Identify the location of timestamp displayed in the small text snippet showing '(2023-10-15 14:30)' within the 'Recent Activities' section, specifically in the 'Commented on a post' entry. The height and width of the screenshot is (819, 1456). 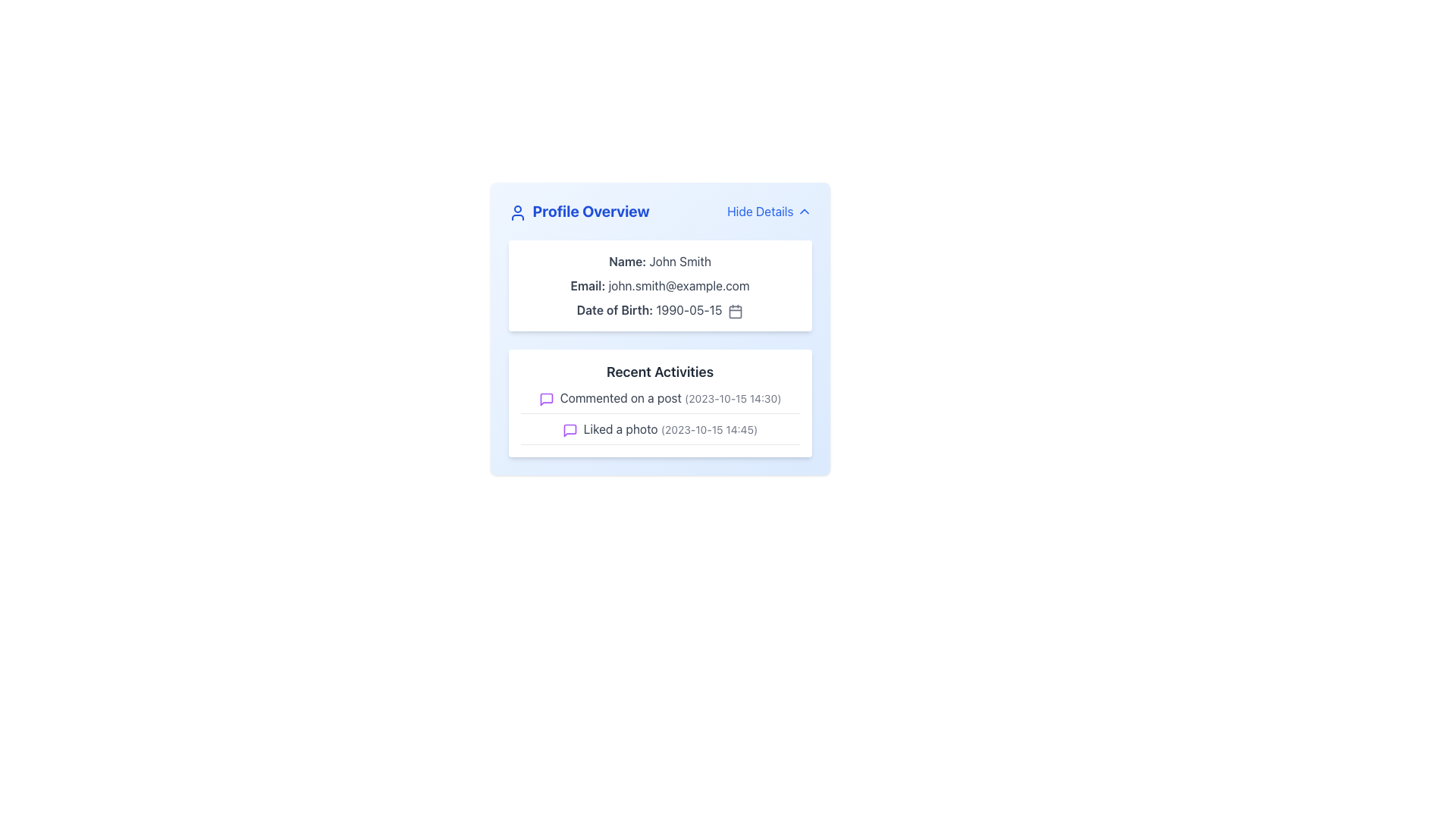
(733, 397).